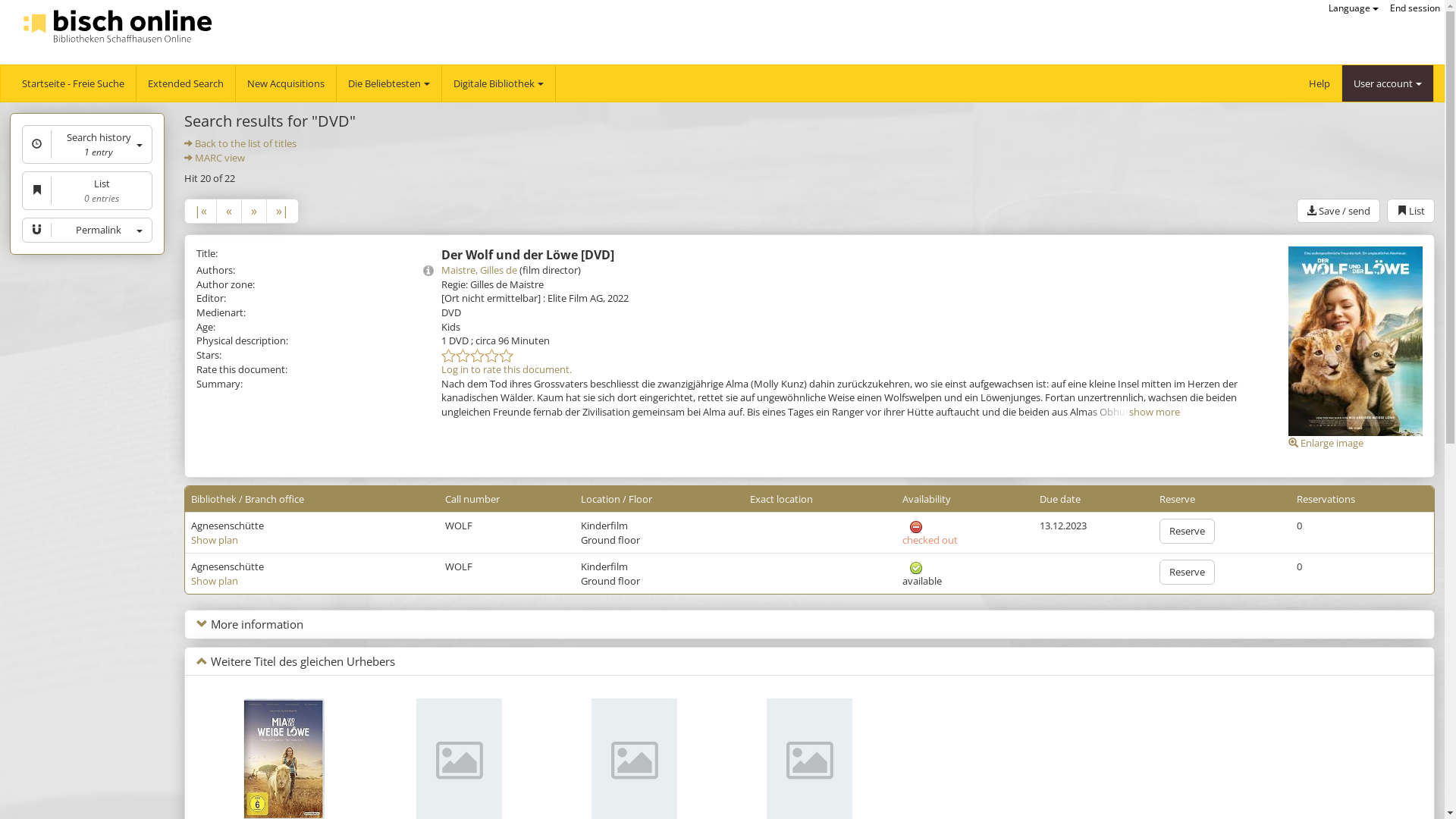  What do you see at coordinates (498, 83) in the screenshot?
I see `'Digitale Bibliothek'` at bounding box center [498, 83].